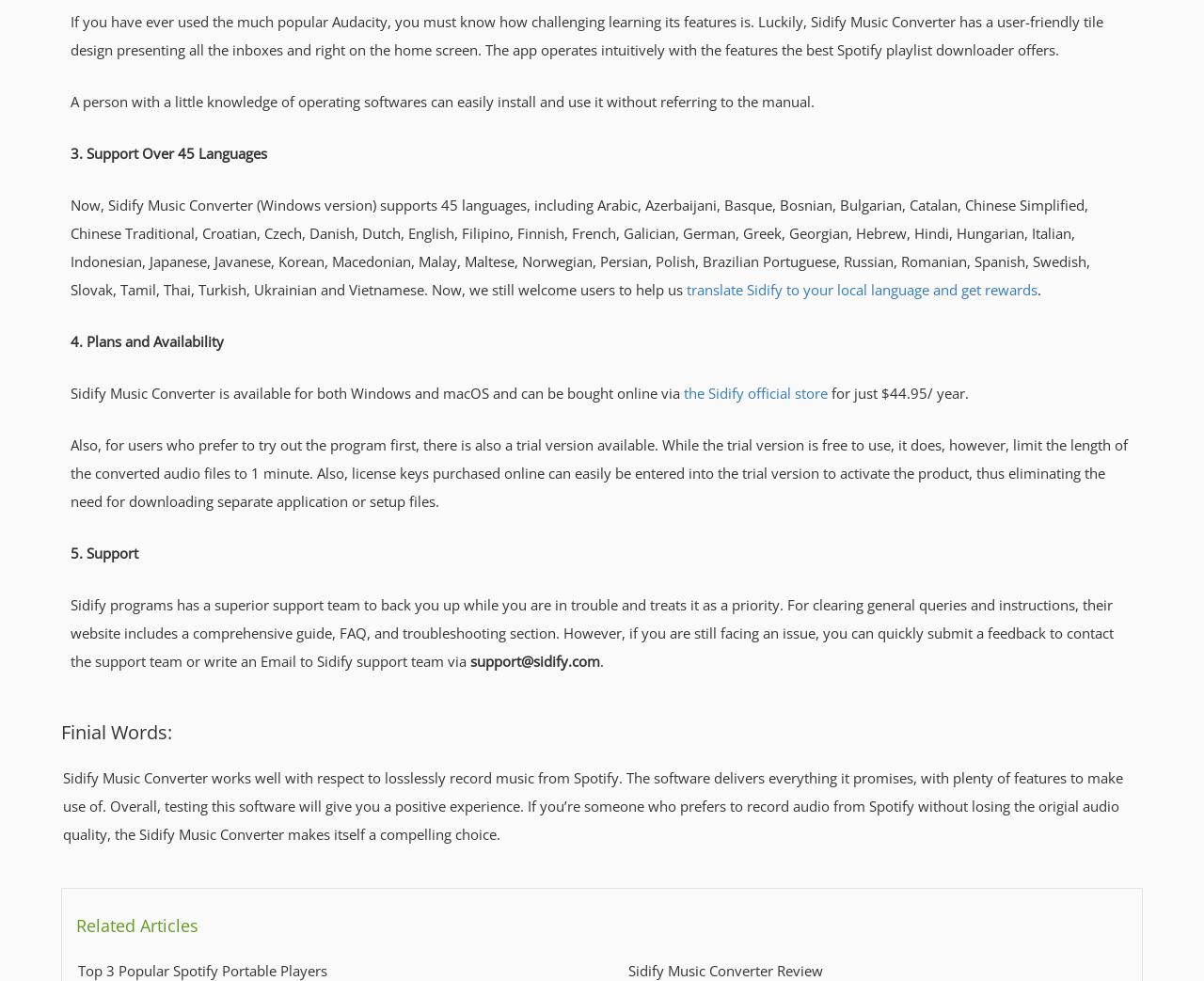 The width and height of the screenshot is (1204, 981). What do you see at coordinates (103, 552) in the screenshot?
I see `'5. Support'` at bounding box center [103, 552].